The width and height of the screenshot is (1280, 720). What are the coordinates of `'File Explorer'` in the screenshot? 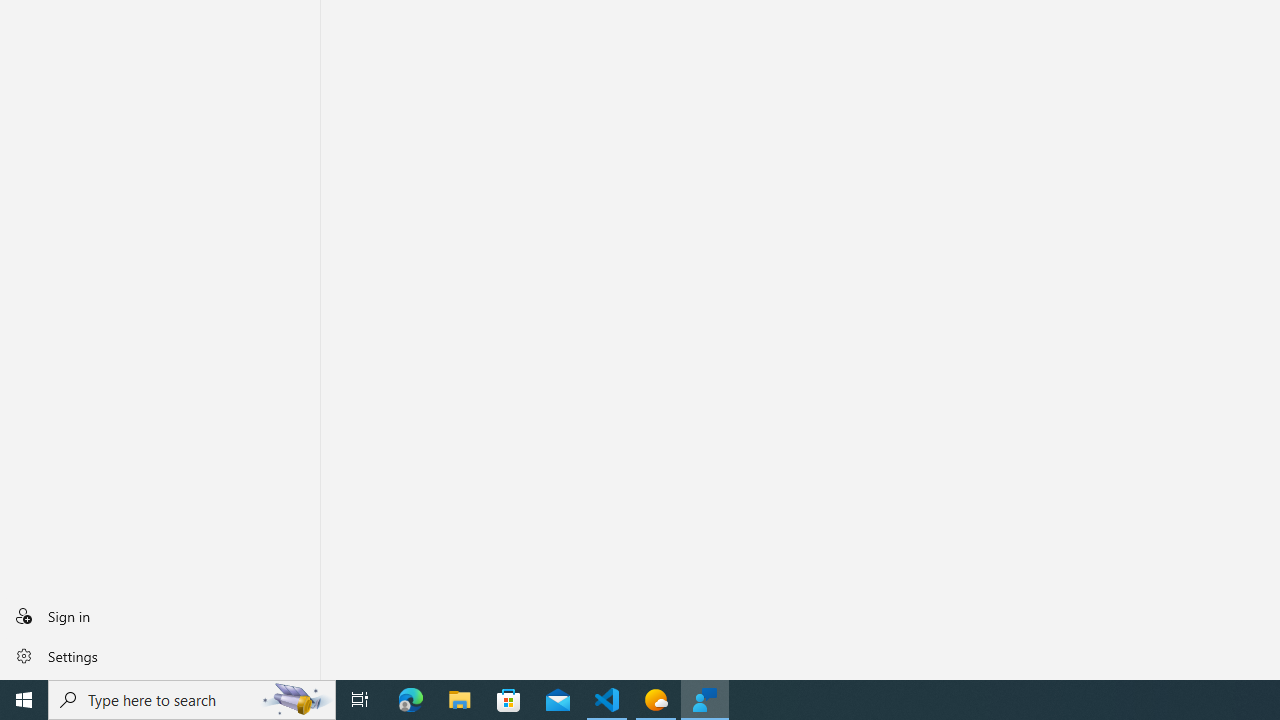 It's located at (459, 698).